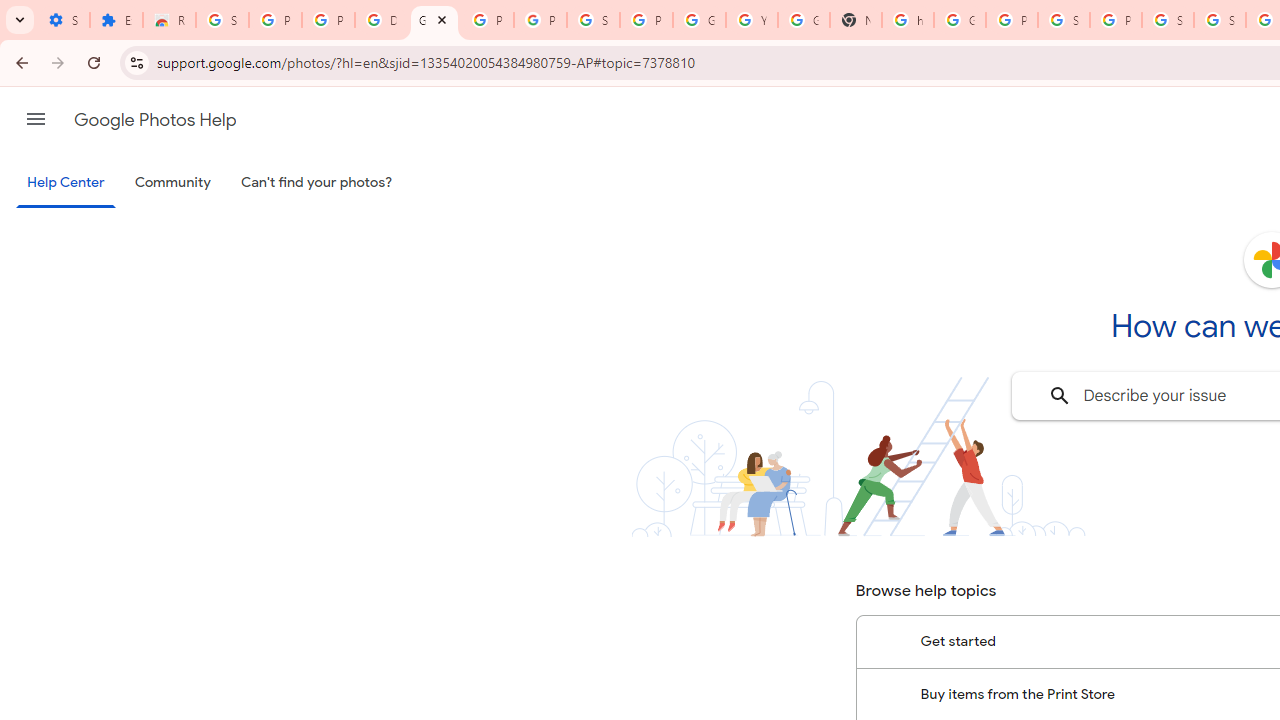 This screenshot has width=1280, height=720. I want to click on 'Can', so click(316, 183).